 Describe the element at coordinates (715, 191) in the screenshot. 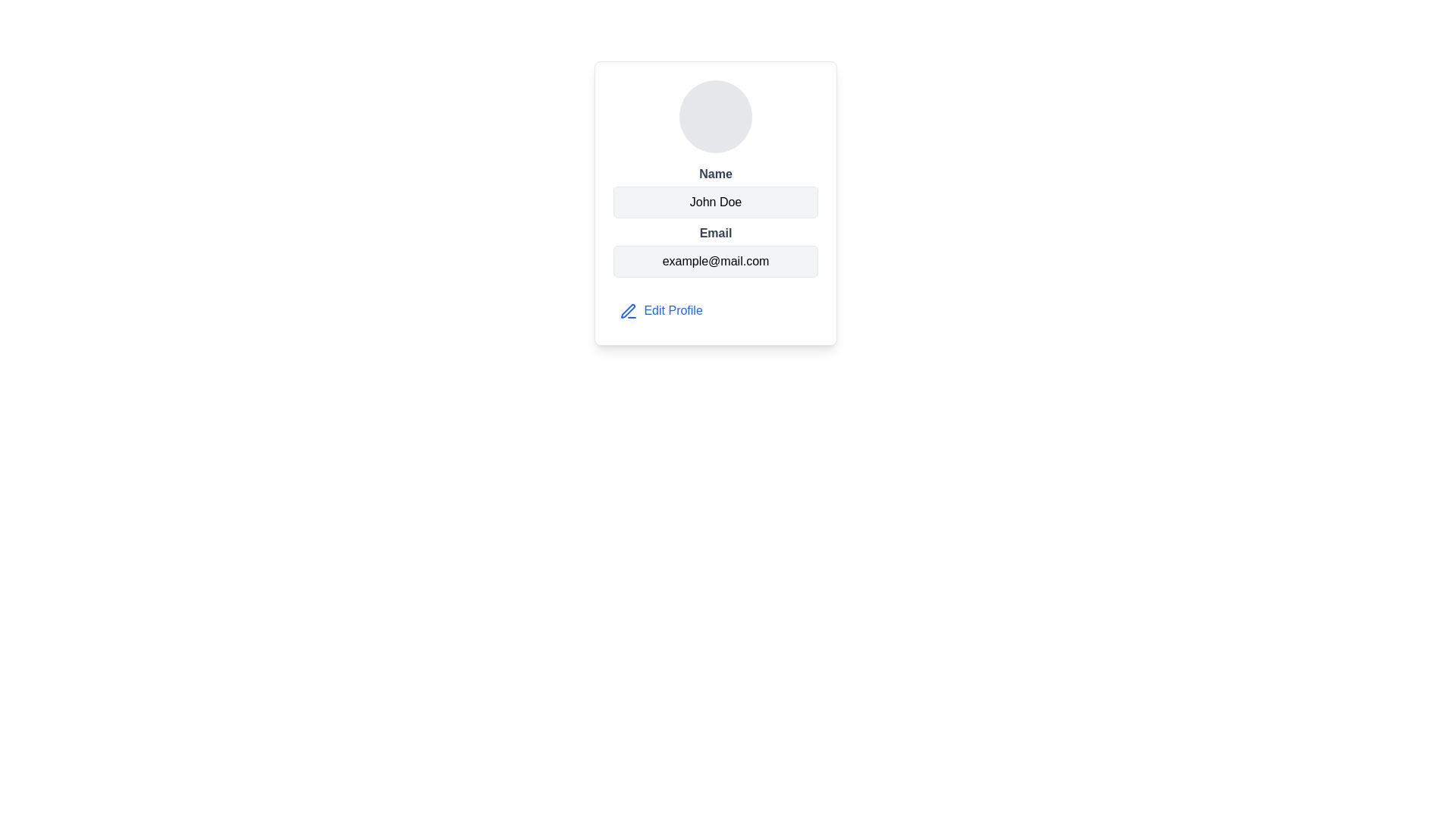

I see `displayed name information from the Informational field, which shows 'John Doe' below the 'Name' label` at that location.